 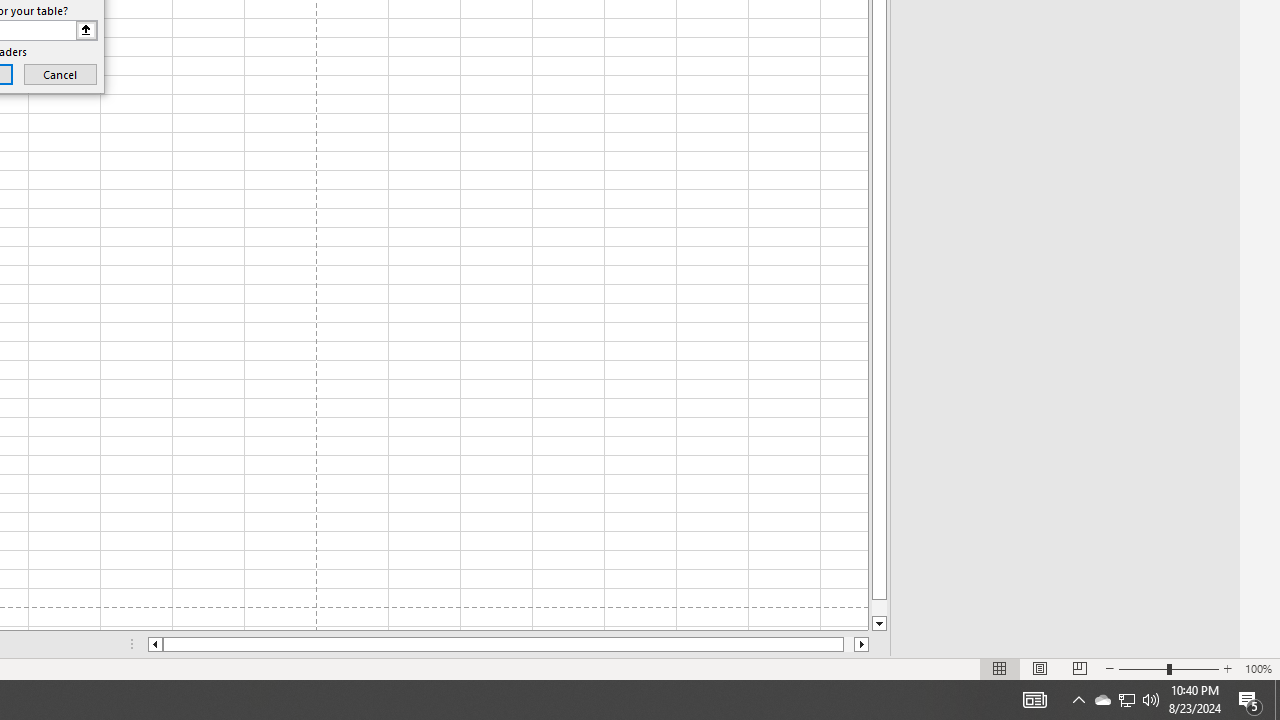 I want to click on 'Page Break Preview', so click(x=1078, y=669).